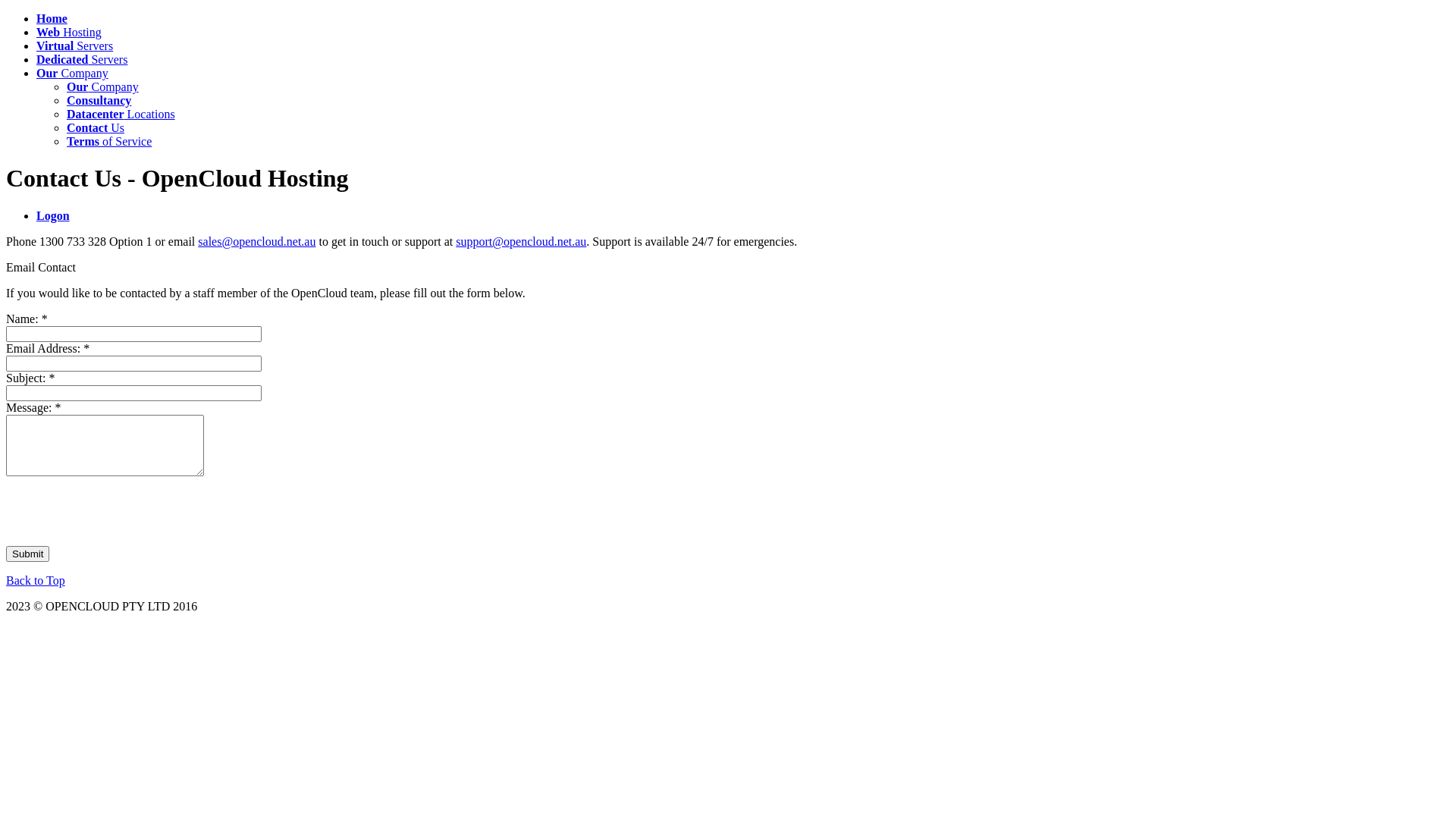 This screenshot has width=1456, height=819. What do you see at coordinates (71, 73) in the screenshot?
I see `'Our Company'` at bounding box center [71, 73].